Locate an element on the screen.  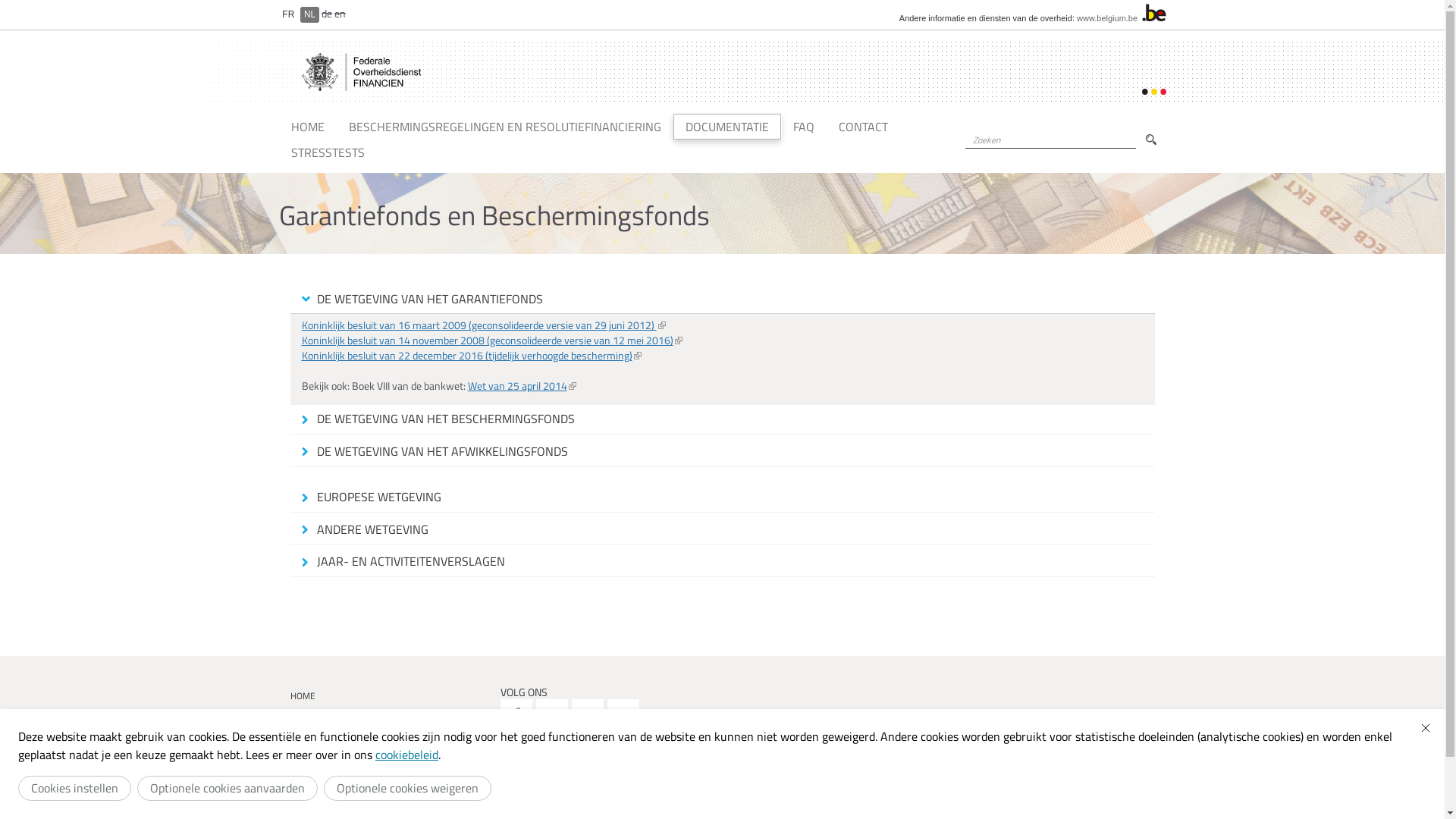
'FAQ' is located at coordinates (803, 125).